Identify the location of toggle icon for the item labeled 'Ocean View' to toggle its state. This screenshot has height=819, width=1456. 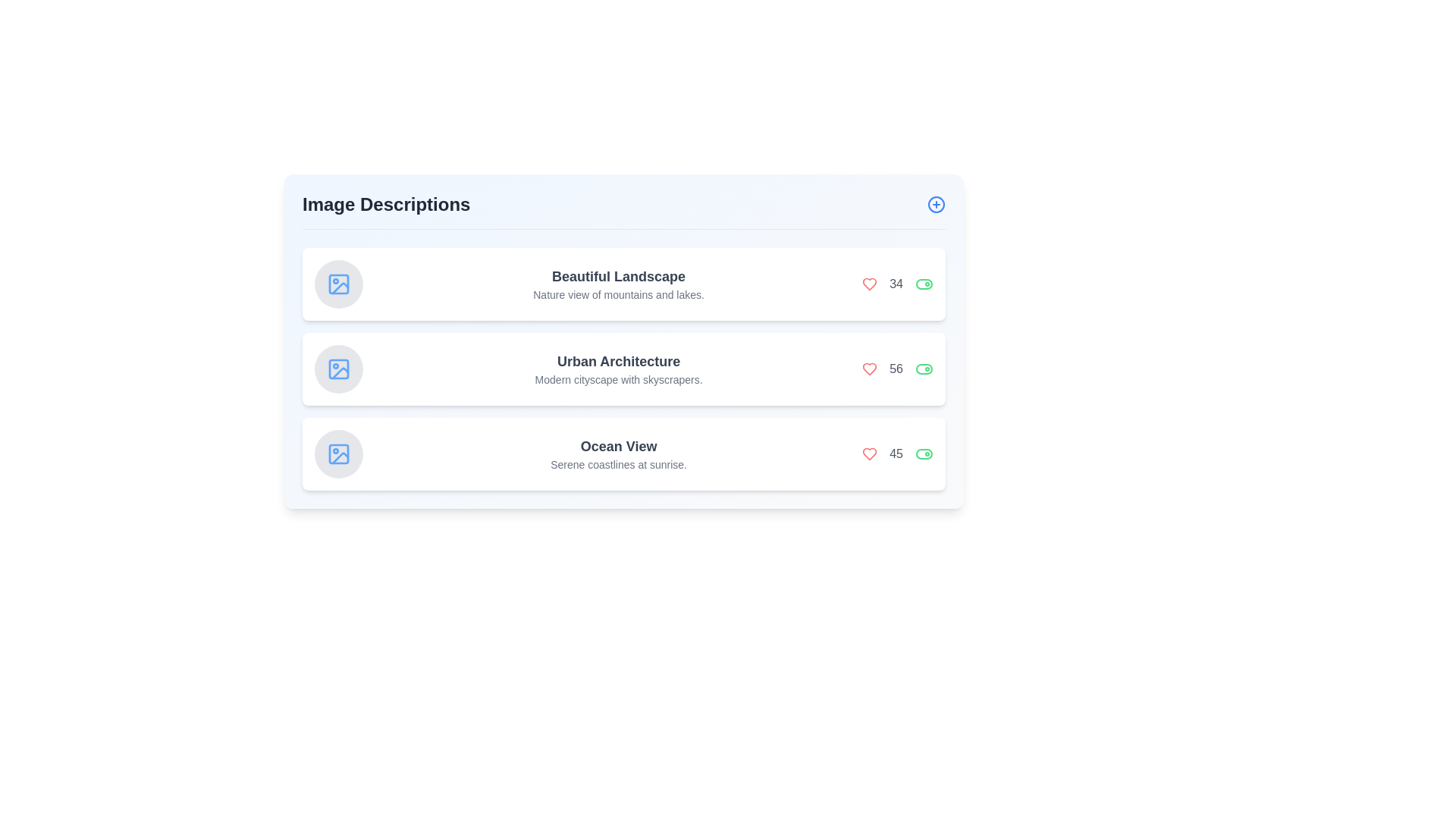
(924, 453).